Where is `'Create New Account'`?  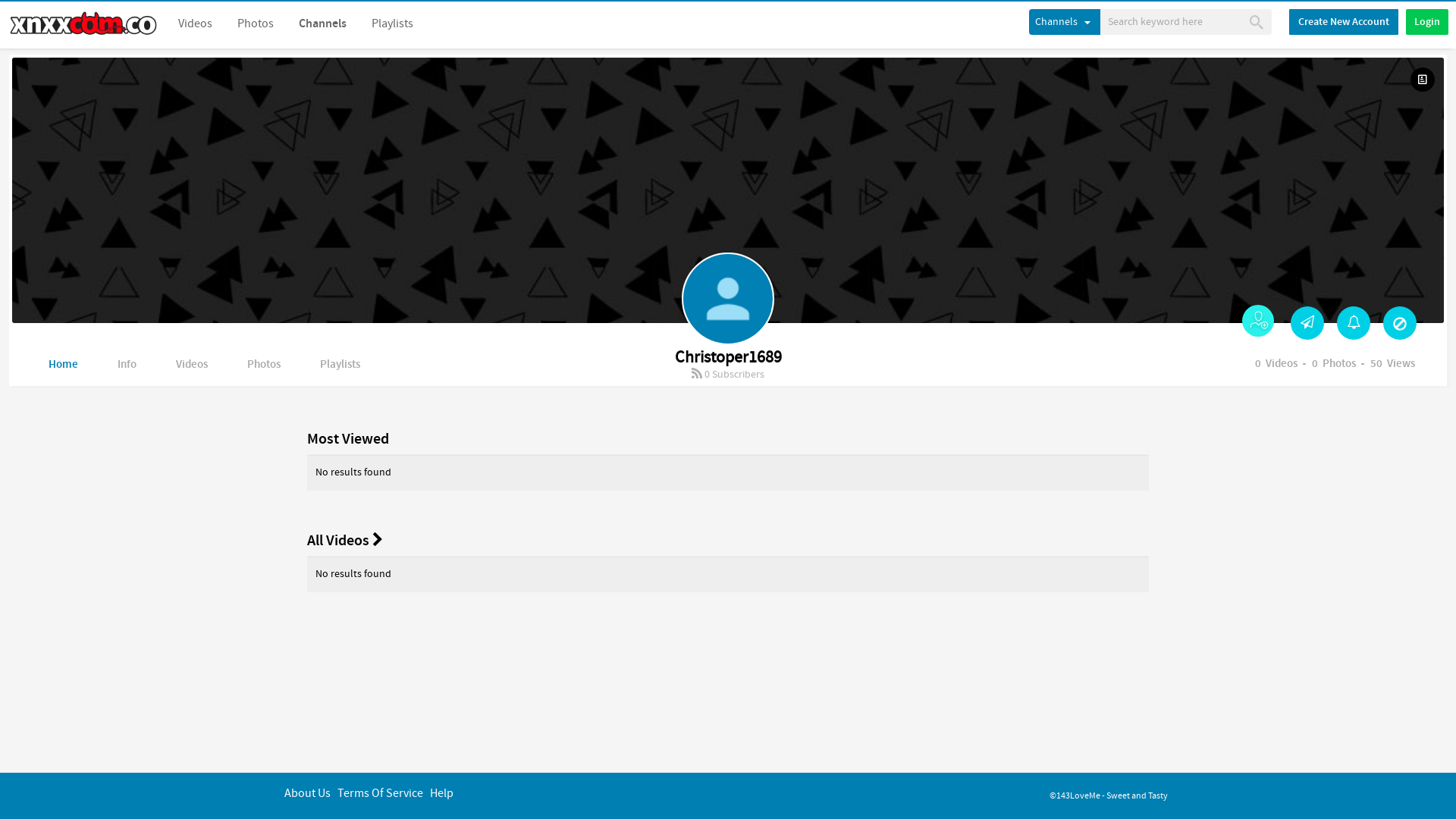
'Create New Account' is located at coordinates (1288, 22).